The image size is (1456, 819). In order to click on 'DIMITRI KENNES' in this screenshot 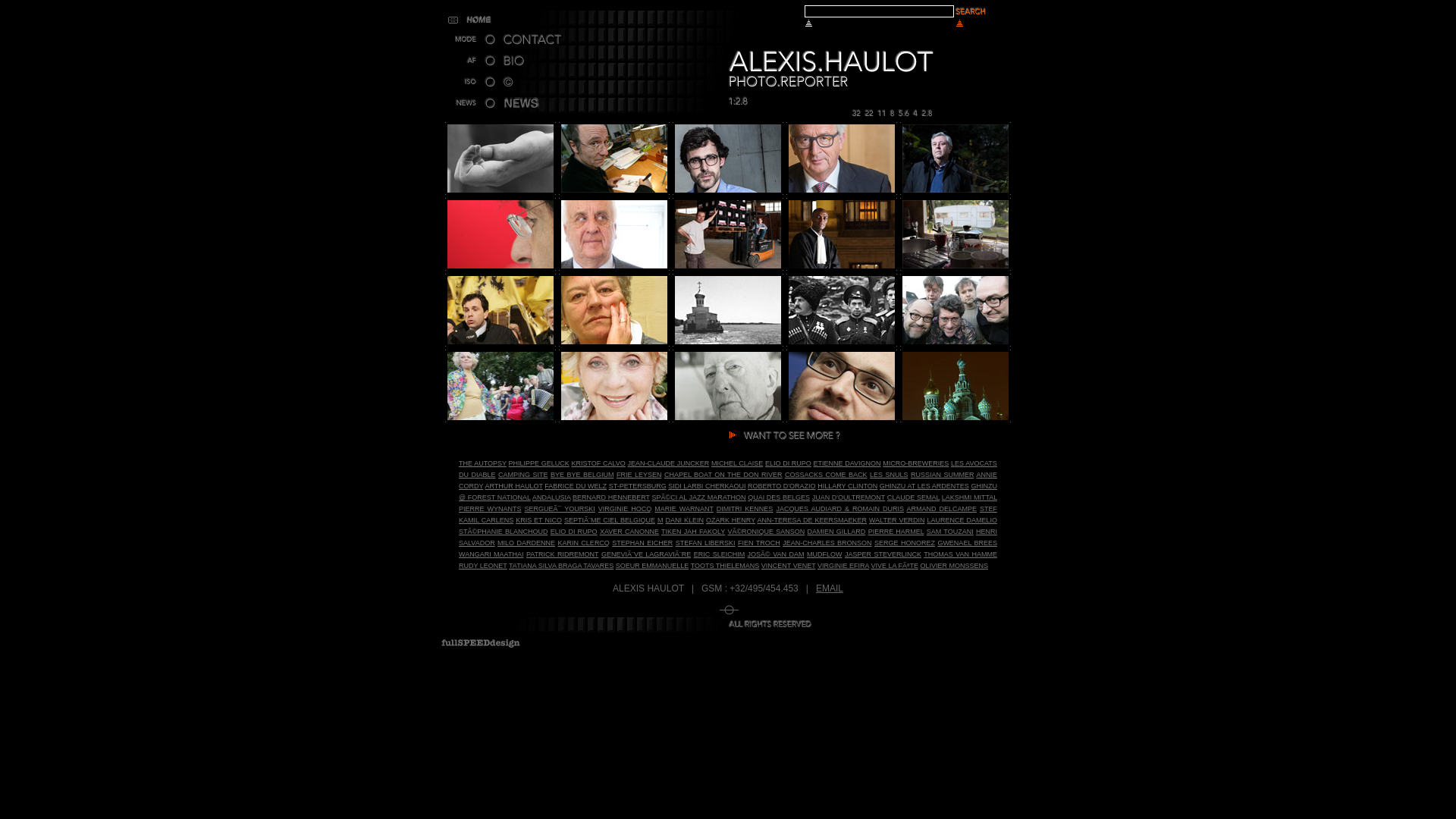, I will do `click(745, 509)`.